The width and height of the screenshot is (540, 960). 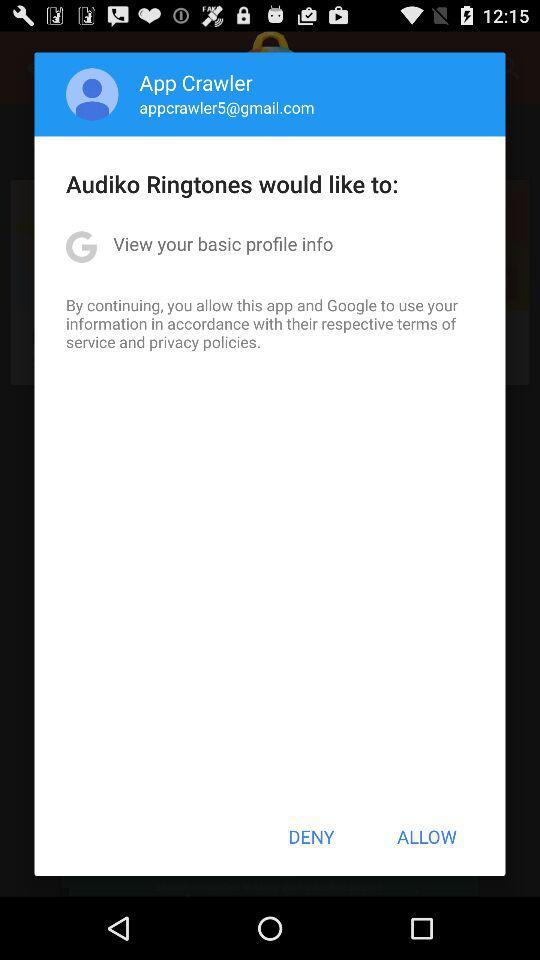 What do you see at coordinates (226, 107) in the screenshot?
I see `the appcrawler5@gmail.com` at bounding box center [226, 107].